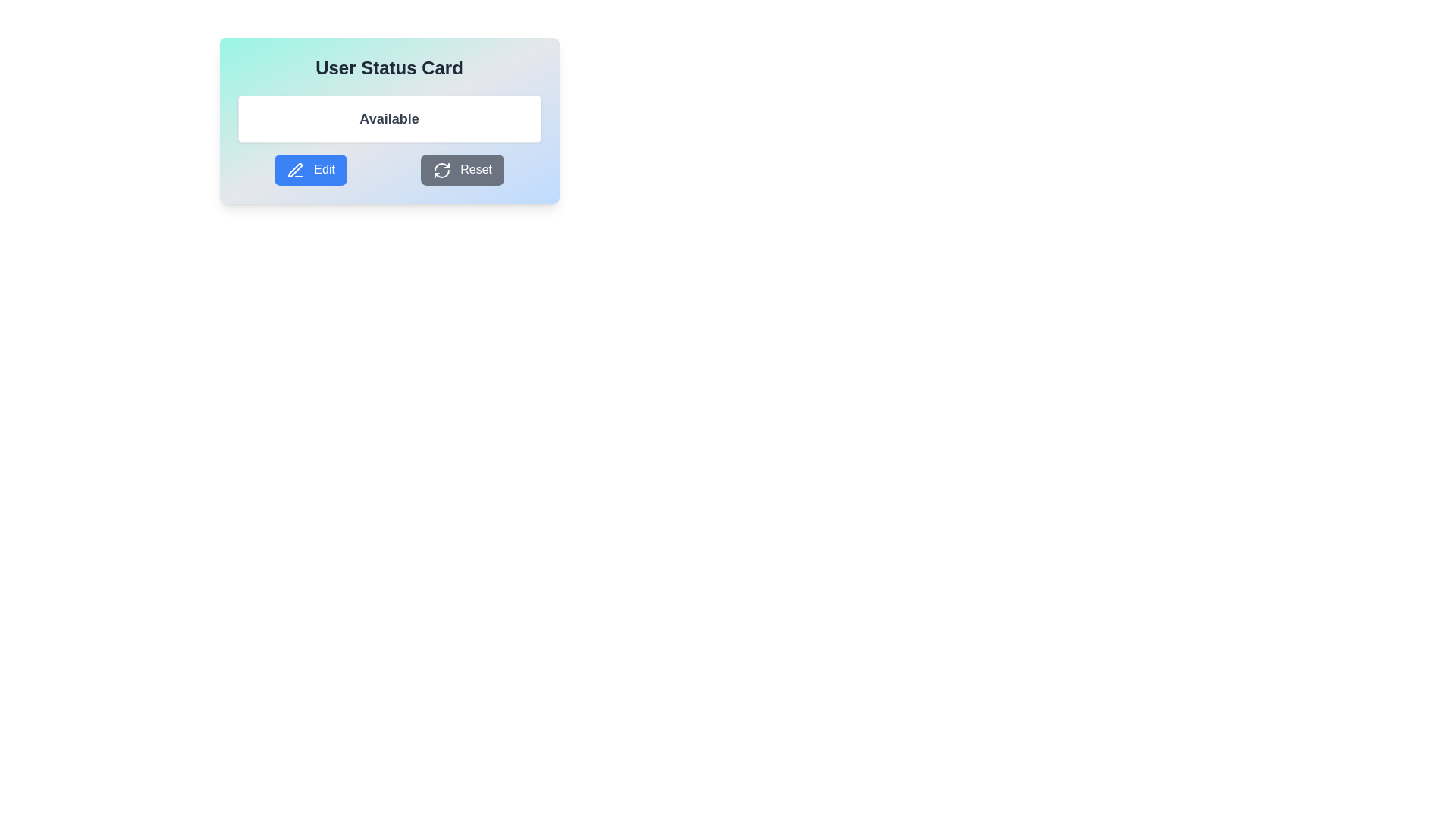  Describe the element at coordinates (389, 118) in the screenshot. I see `the 'Available' status label located in the 'User Status Card' at the top-center of the interface` at that location.